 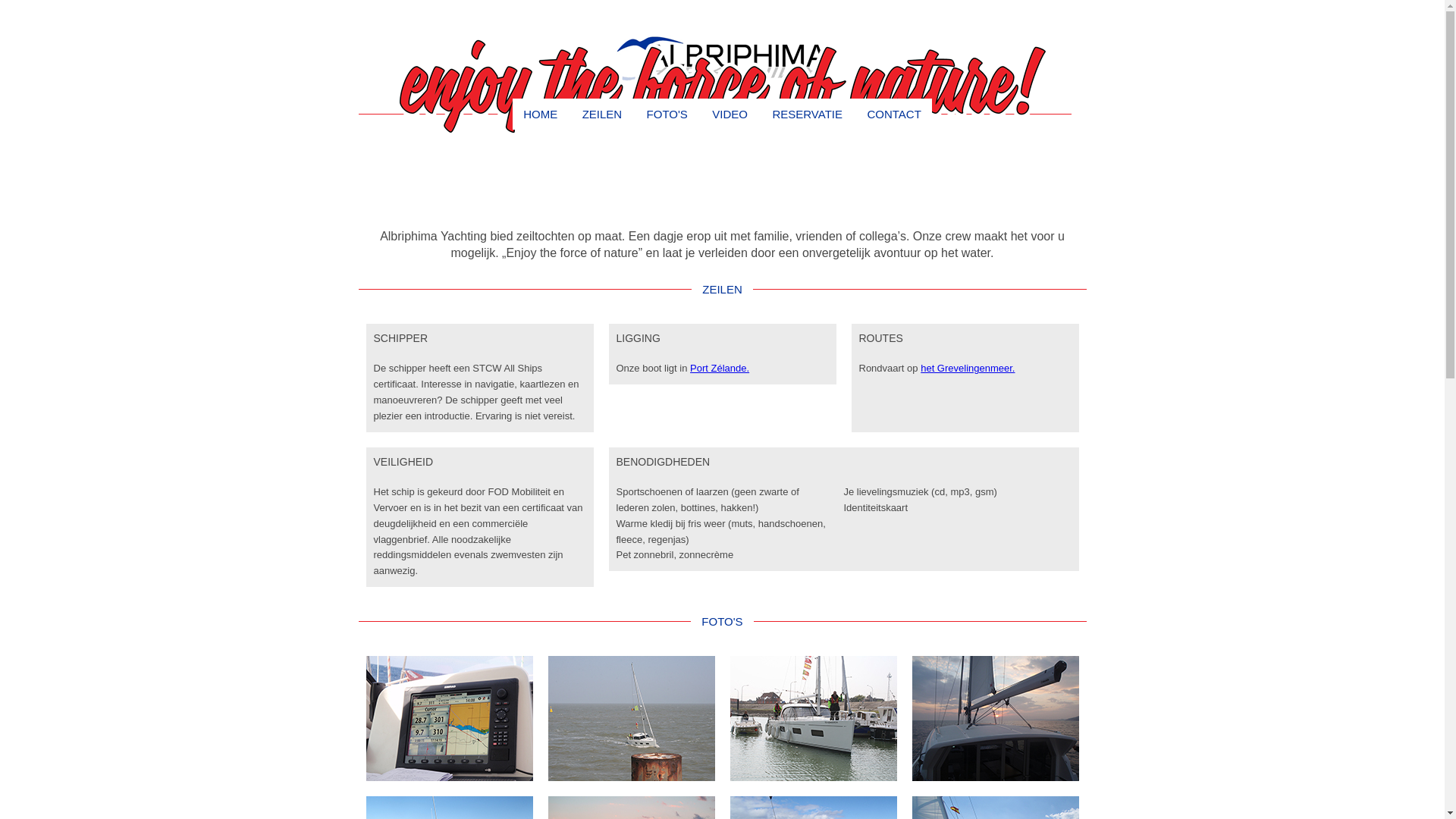 What do you see at coordinates (601, 113) in the screenshot?
I see `'ZEILEN'` at bounding box center [601, 113].